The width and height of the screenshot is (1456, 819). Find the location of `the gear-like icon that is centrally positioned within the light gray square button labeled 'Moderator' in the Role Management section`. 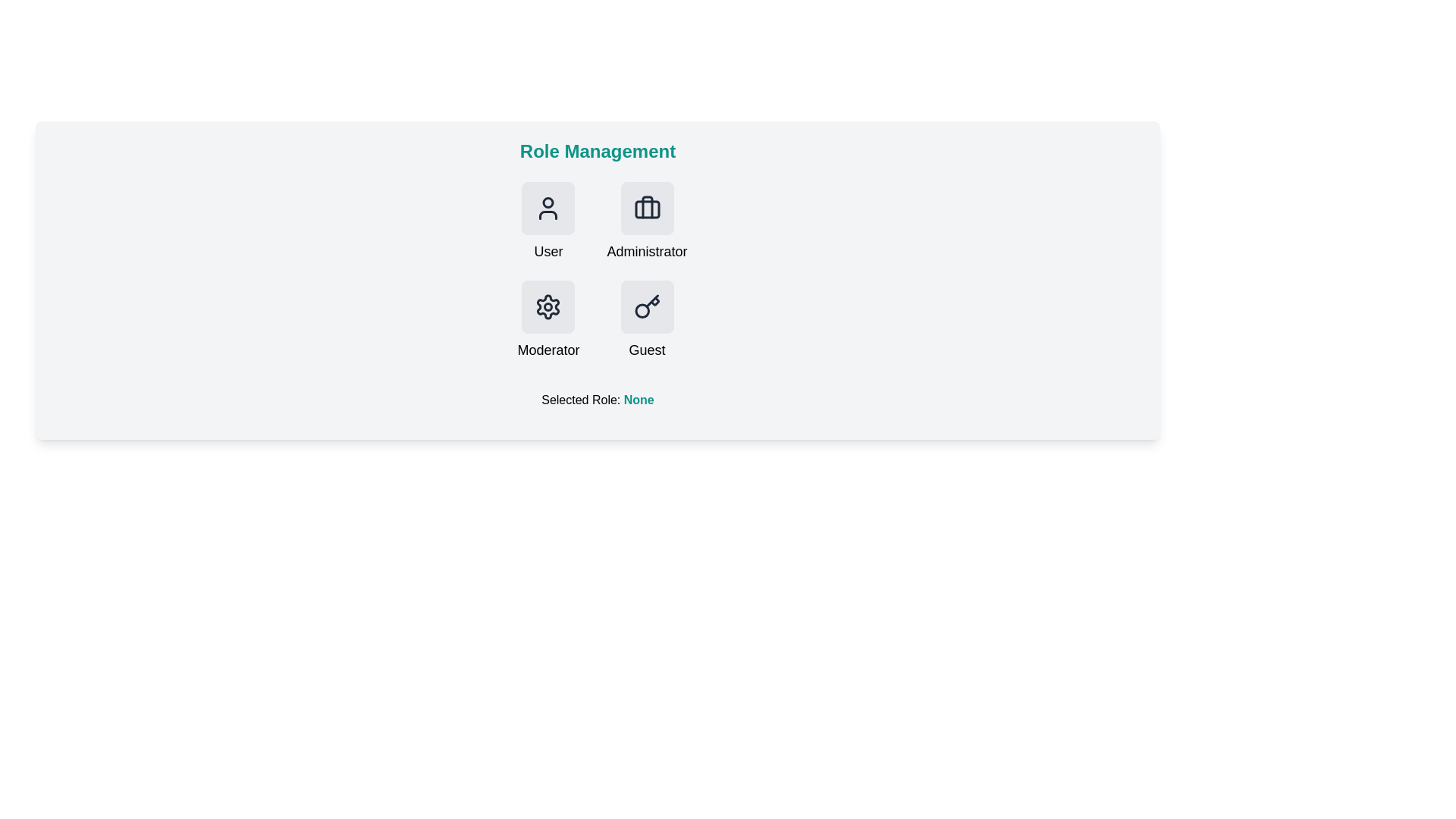

the gear-like icon that is centrally positioned within the light gray square button labeled 'Moderator' in the Role Management section is located at coordinates (548, 307).